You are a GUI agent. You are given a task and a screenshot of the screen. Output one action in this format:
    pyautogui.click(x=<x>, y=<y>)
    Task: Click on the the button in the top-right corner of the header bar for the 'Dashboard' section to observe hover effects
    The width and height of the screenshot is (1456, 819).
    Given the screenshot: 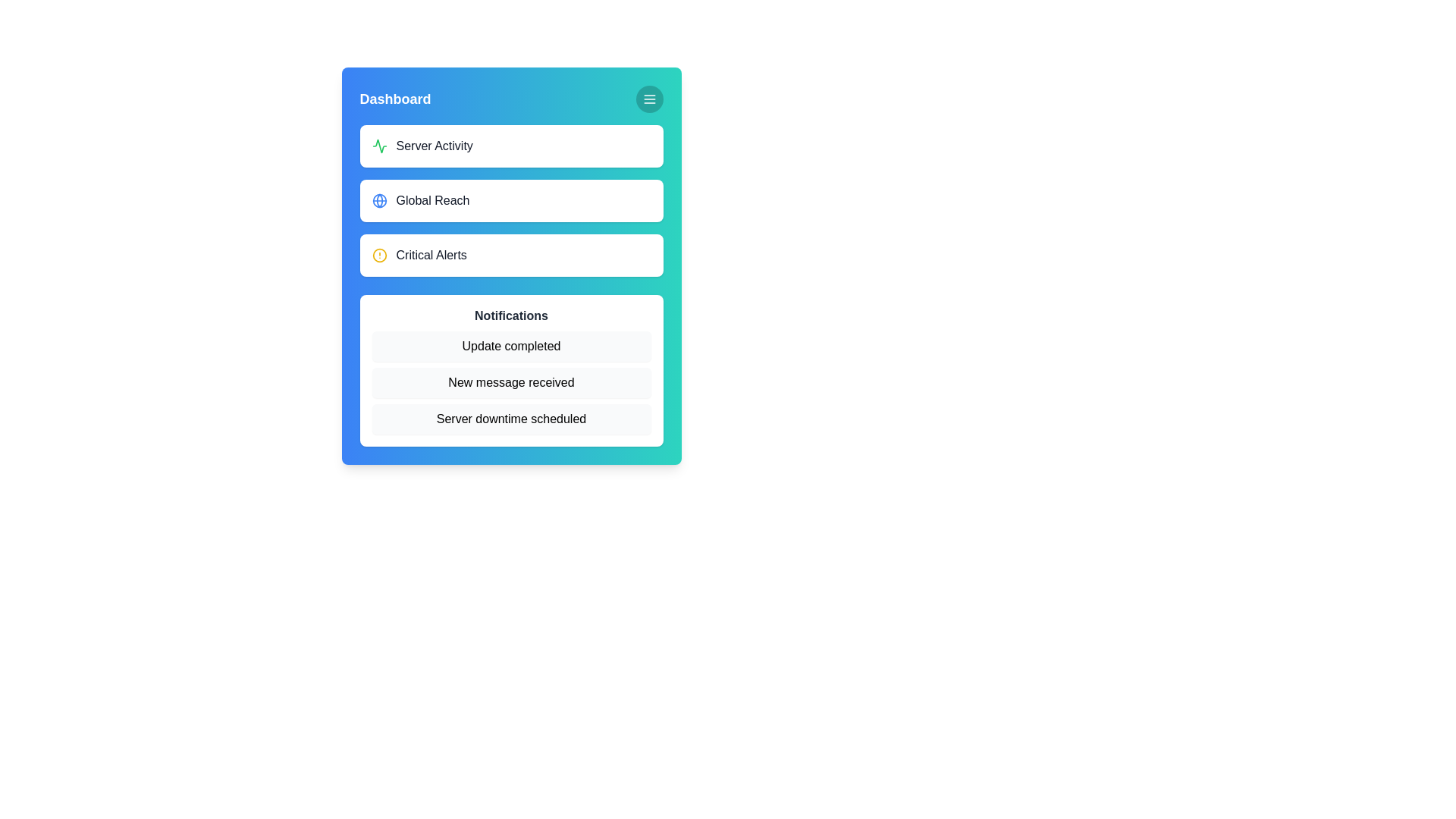 What is the action you would take?
    pyautogui.click(x=649, y=99)
    